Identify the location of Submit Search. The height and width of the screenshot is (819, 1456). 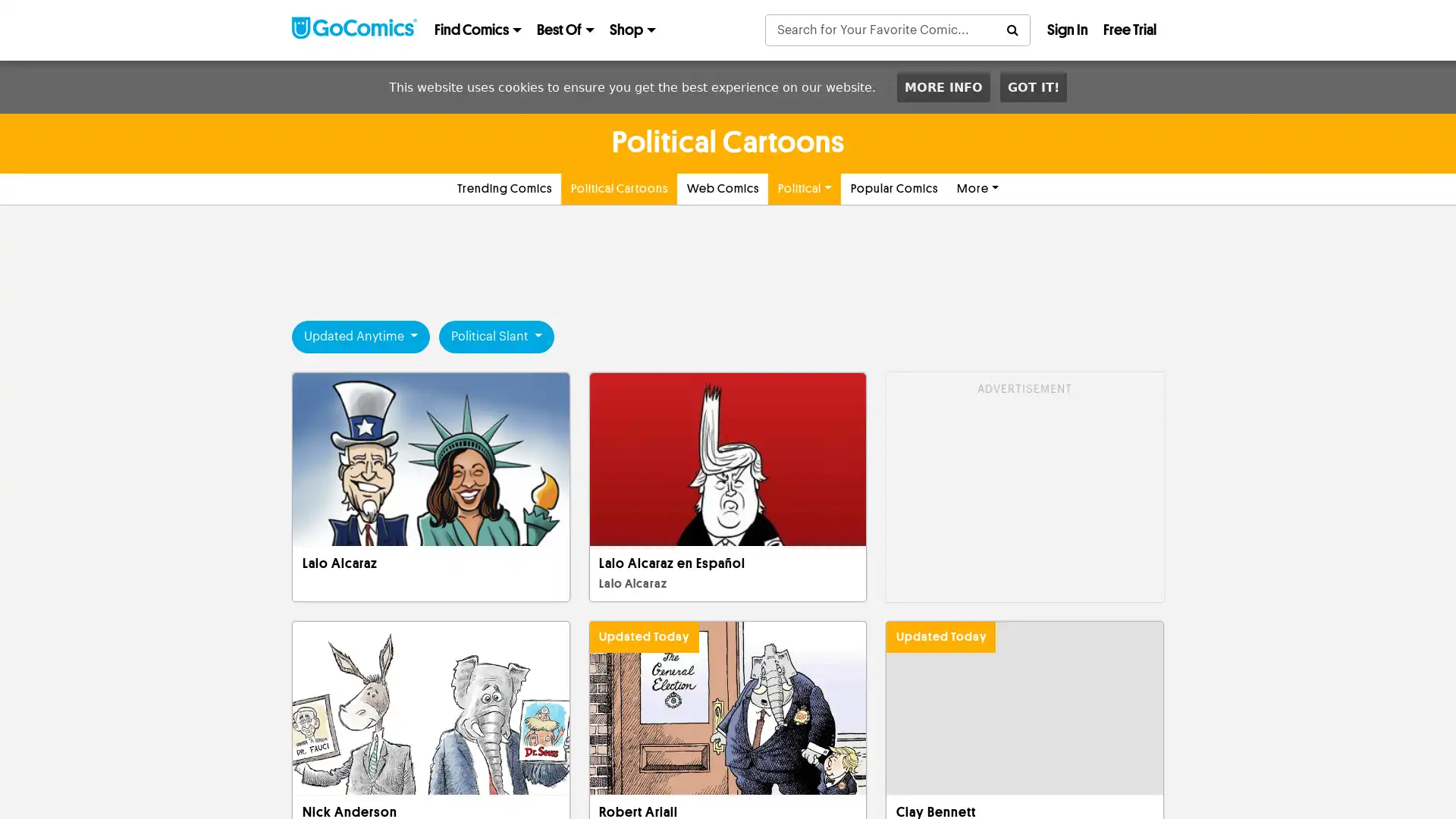
(1012, 30).